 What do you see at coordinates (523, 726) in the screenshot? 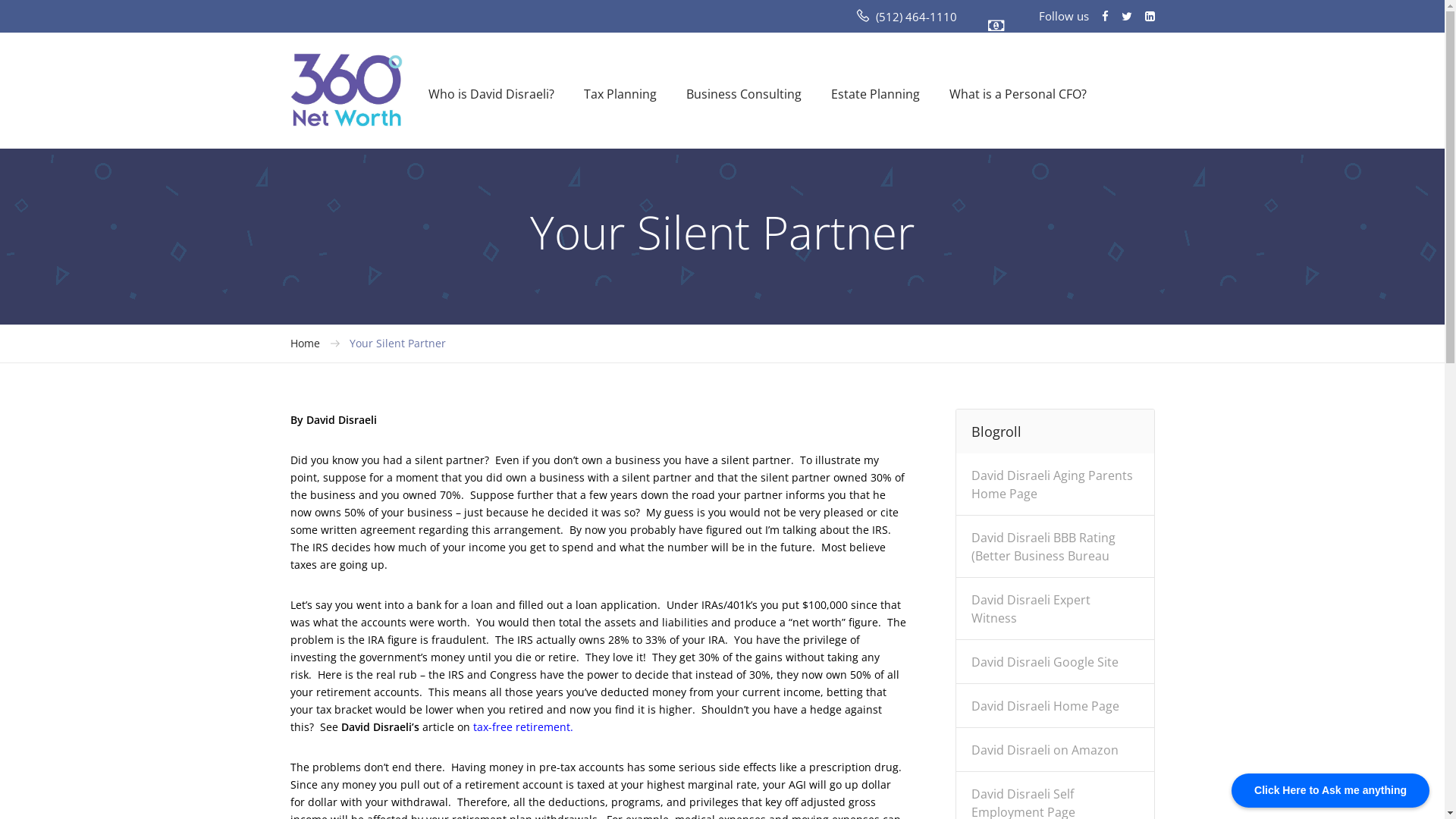
I see `'tax-free retirement.'` at bounding box center [523, 726].